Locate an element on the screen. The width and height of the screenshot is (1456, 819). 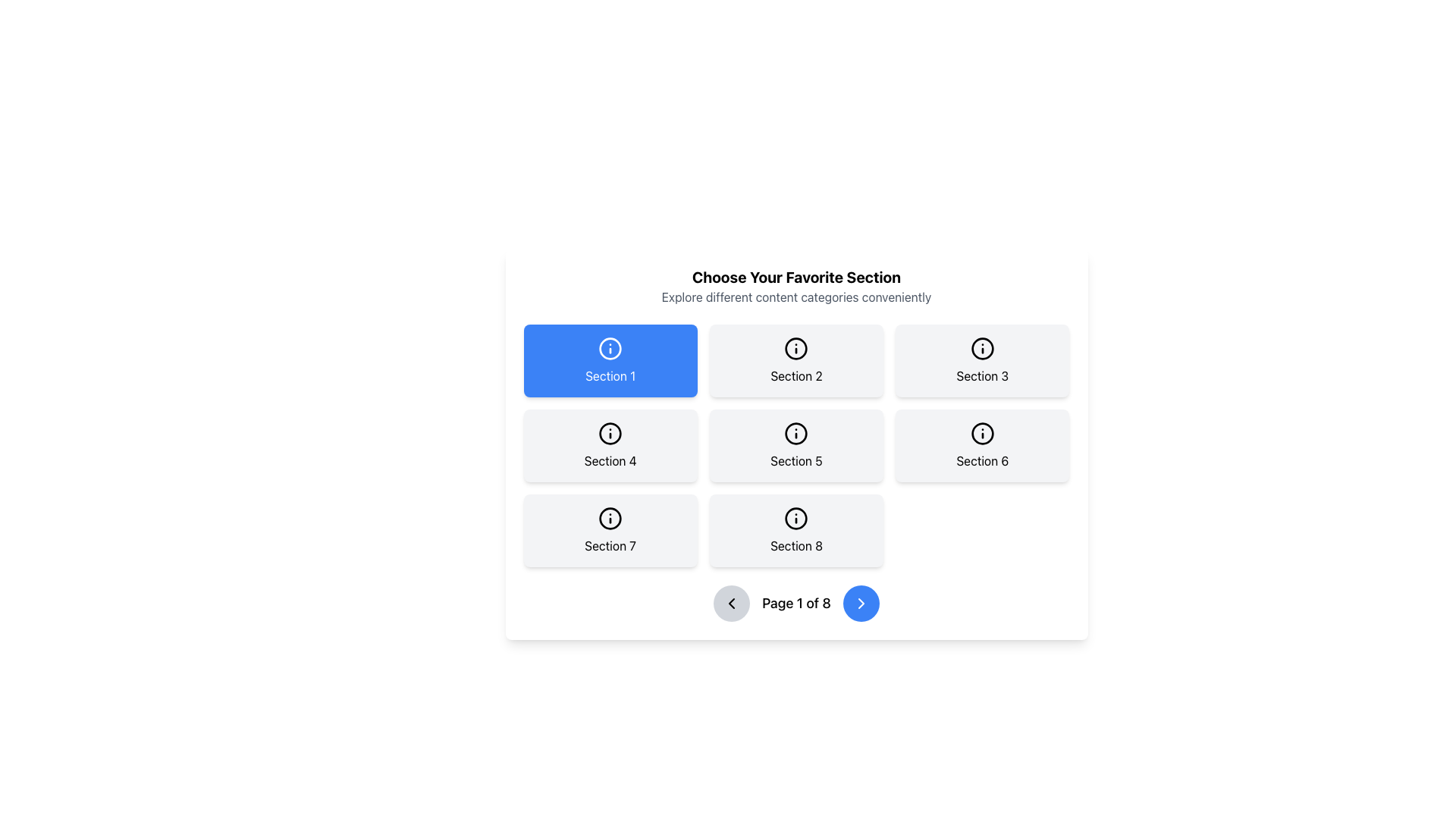
the informational icon located at the center of the 'Section 8' button in the lower-right corner of the grid for additional interaction is located at coordinates (795, 517).